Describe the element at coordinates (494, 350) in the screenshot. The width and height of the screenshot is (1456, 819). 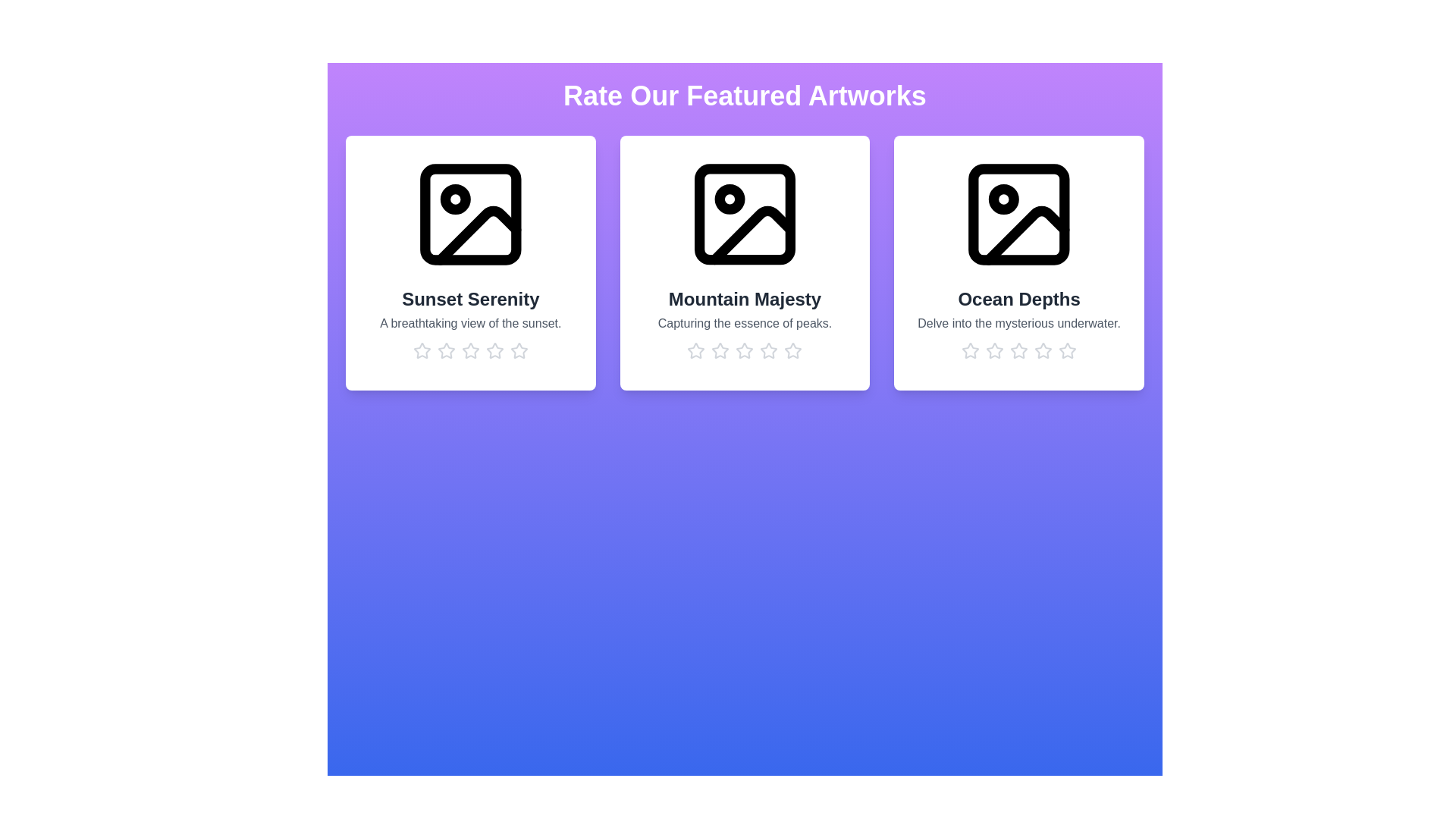
I see `the rating for the artwork 'Sunset Serenity' to 4 stars` at that location.